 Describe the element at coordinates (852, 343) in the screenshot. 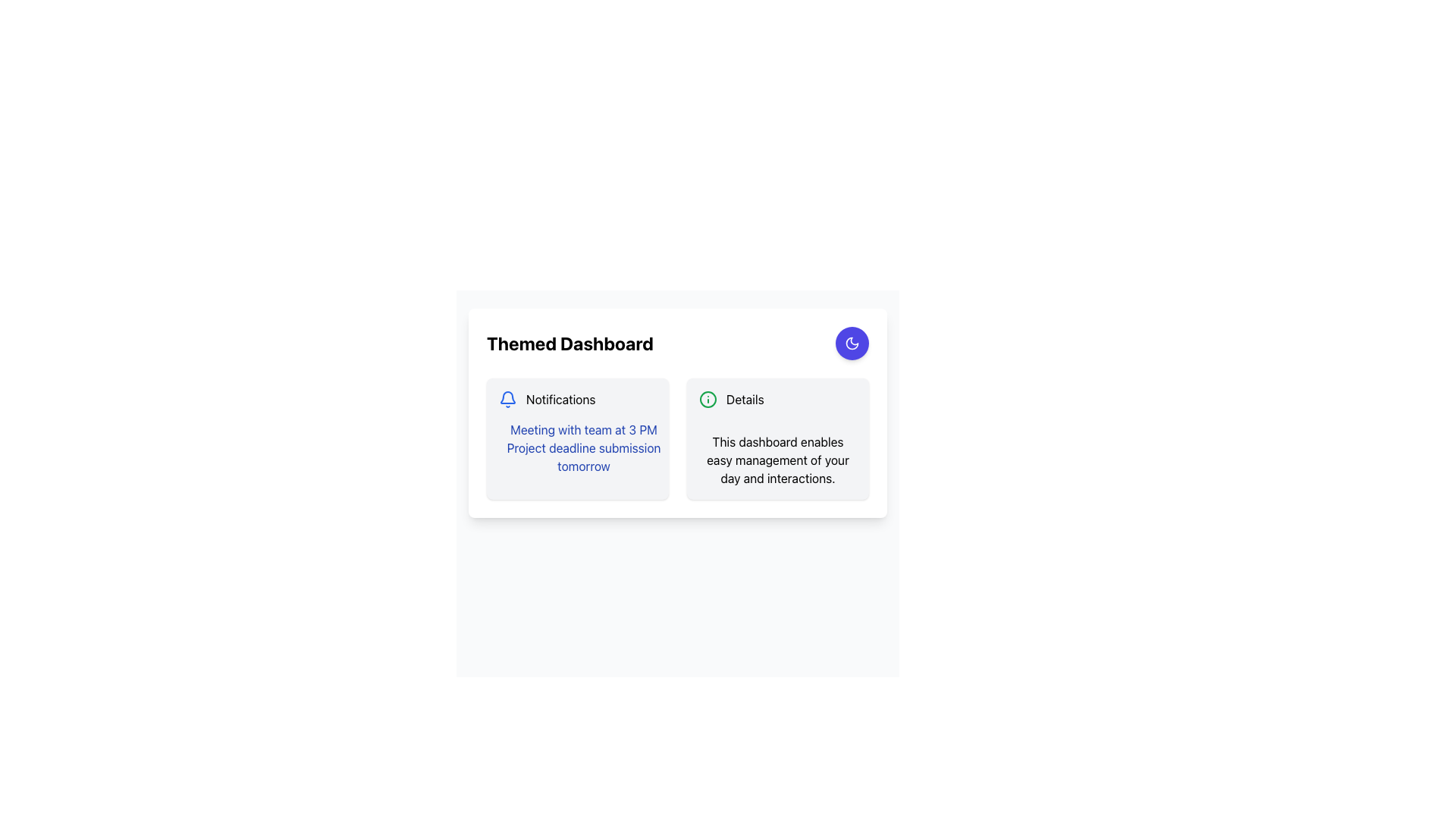

I see `the moon icon located in the upper-right corner of the 'Themed Dashboard' card` at that location.